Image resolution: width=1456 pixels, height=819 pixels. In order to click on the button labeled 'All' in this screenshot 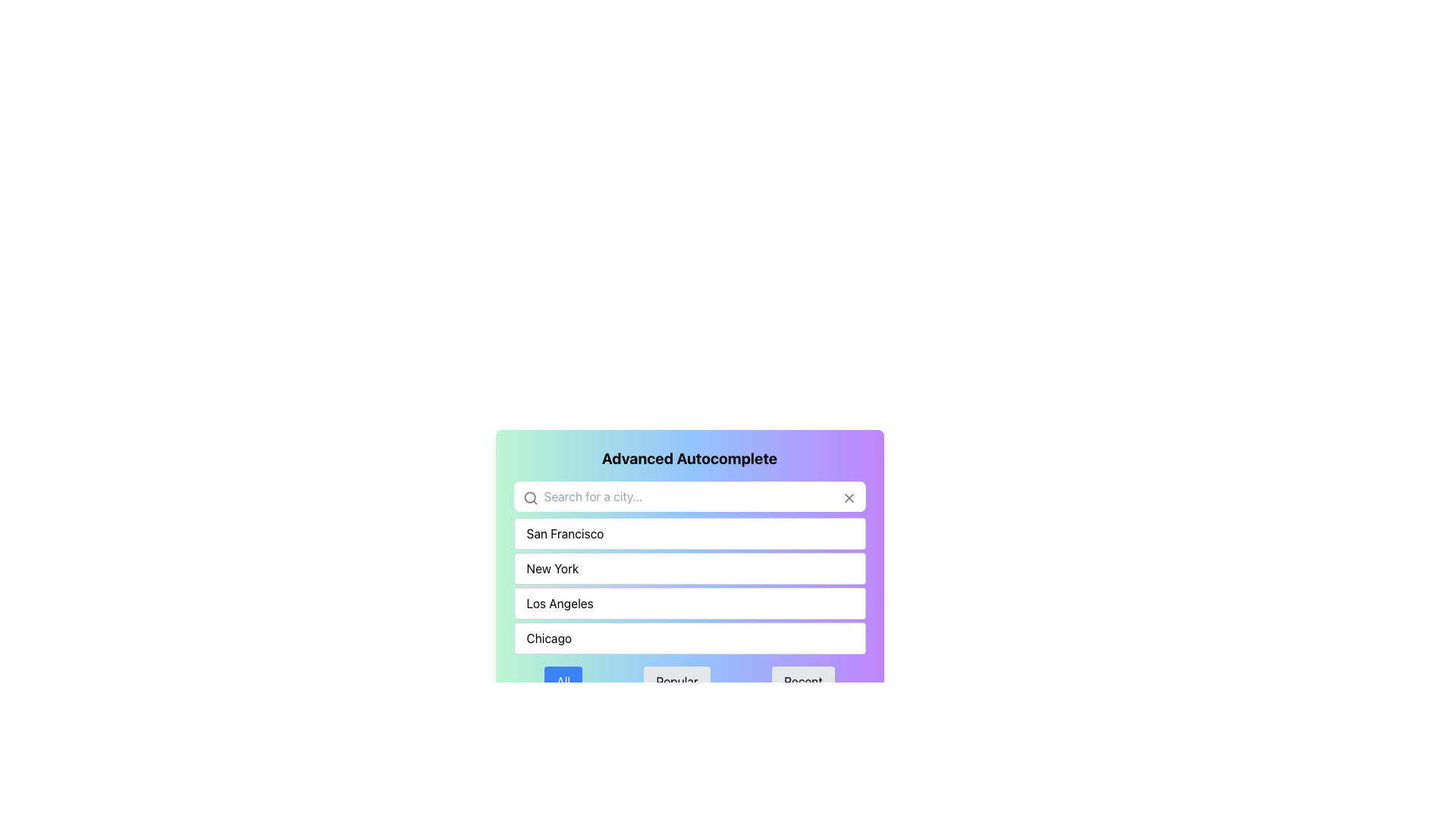, I will do `click(563, 680)`.